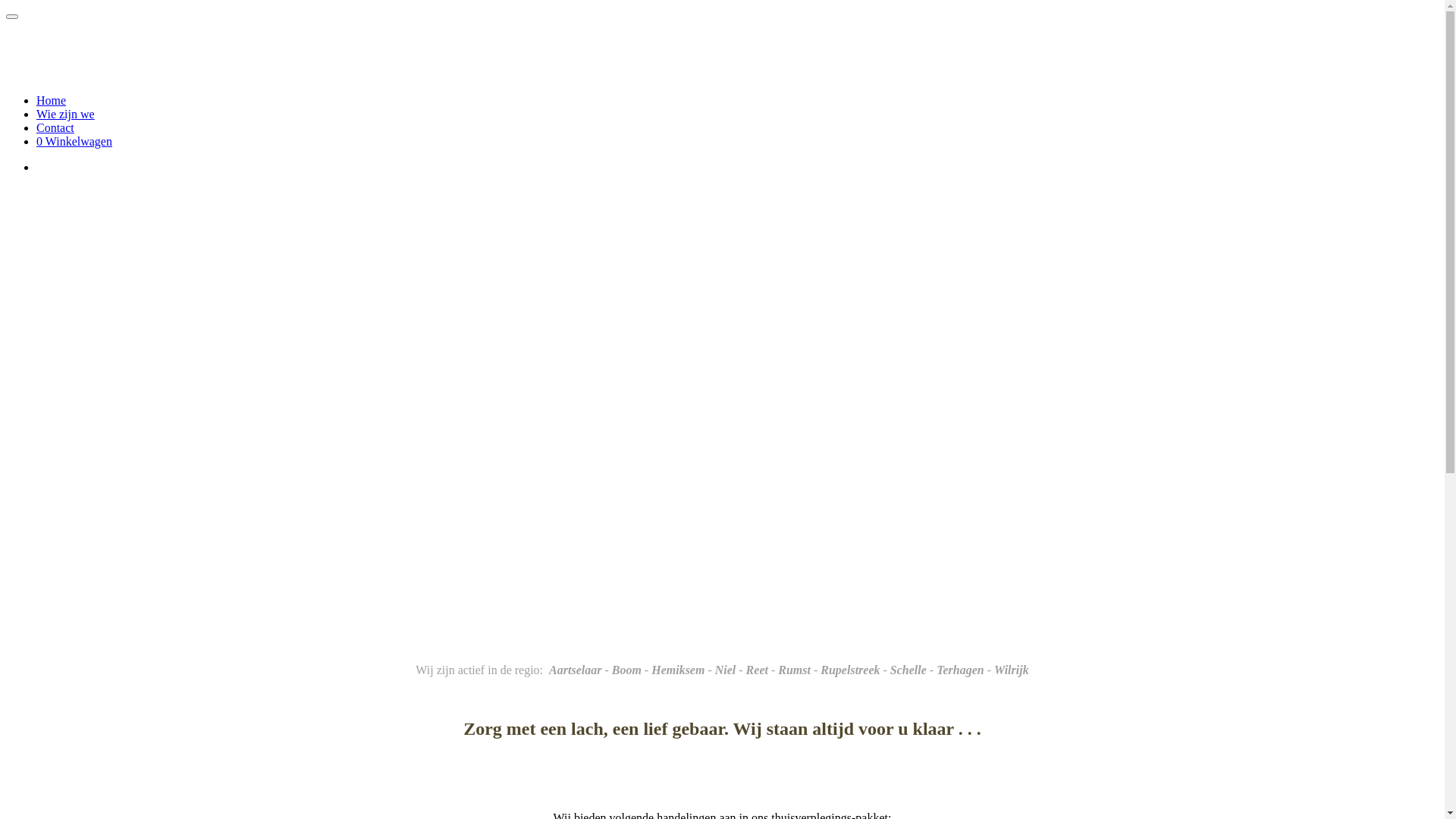  Describe the element at coordinates (73, 141) in the screenshot. I see `'0 Winkelwagen'` at that location.